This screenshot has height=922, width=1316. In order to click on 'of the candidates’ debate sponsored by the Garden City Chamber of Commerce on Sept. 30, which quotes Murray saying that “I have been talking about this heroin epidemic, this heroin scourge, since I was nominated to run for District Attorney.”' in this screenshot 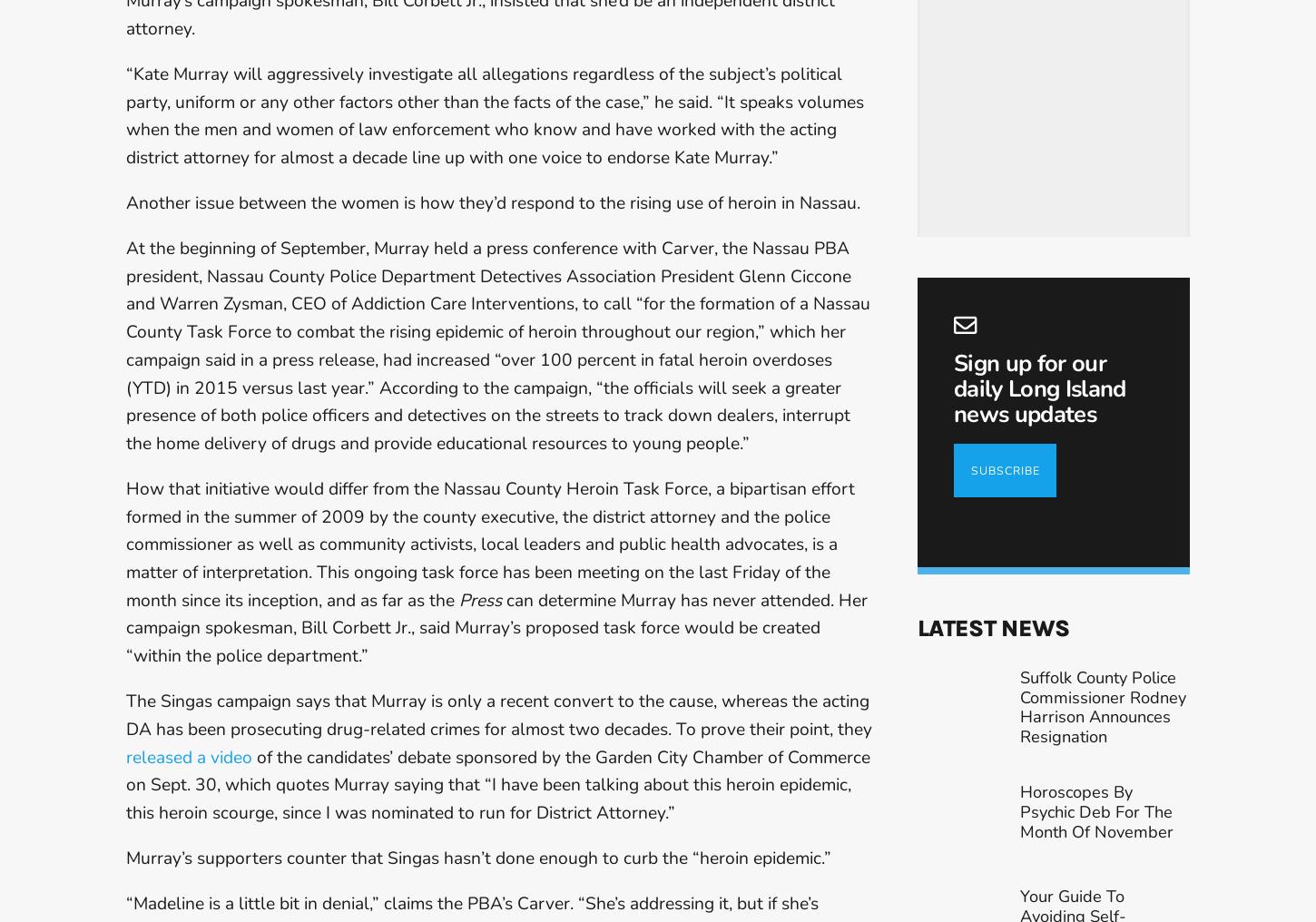, I will do `click(497, 784)`.